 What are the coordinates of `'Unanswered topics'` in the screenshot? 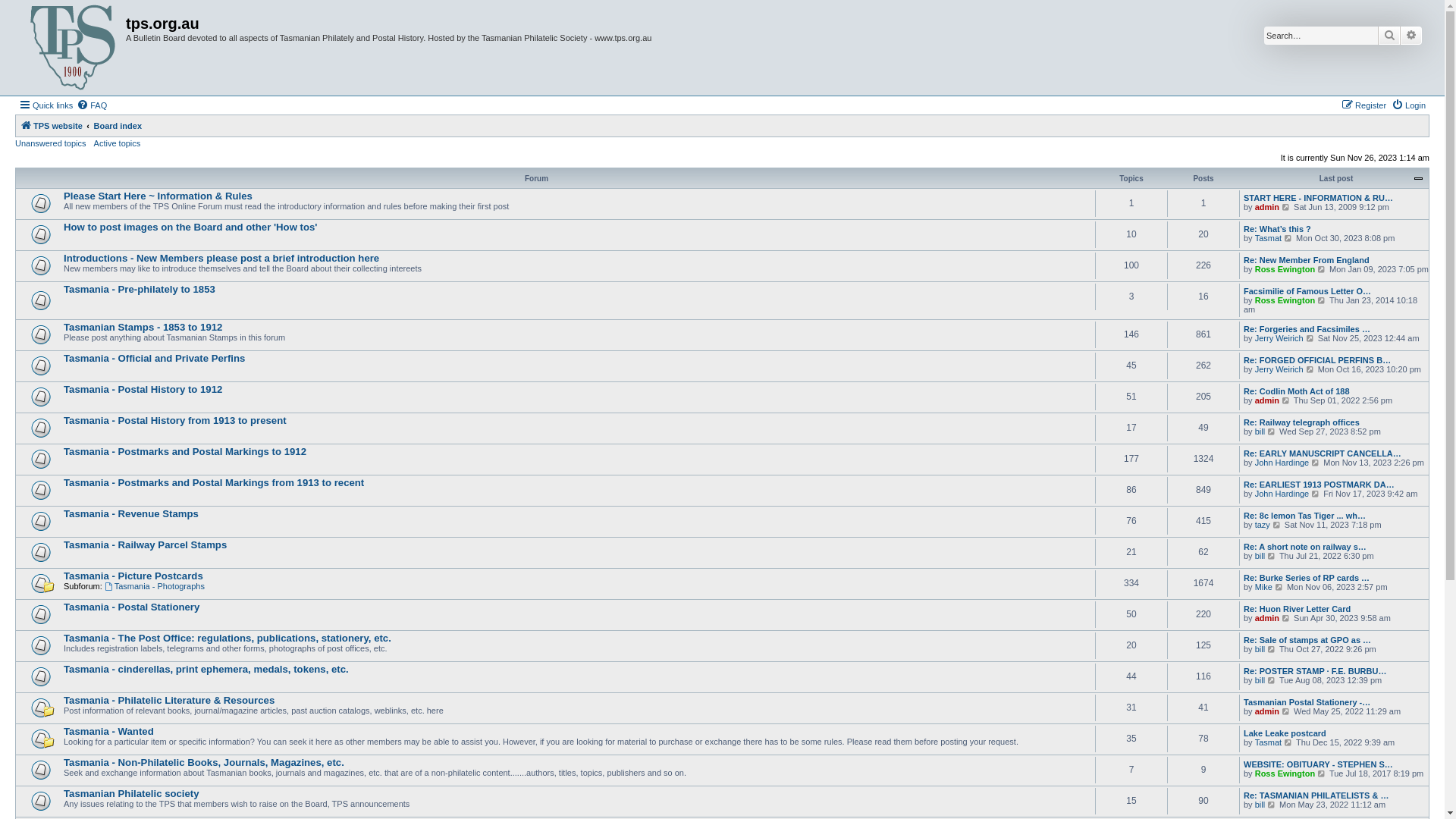 It's located at (51, 143).